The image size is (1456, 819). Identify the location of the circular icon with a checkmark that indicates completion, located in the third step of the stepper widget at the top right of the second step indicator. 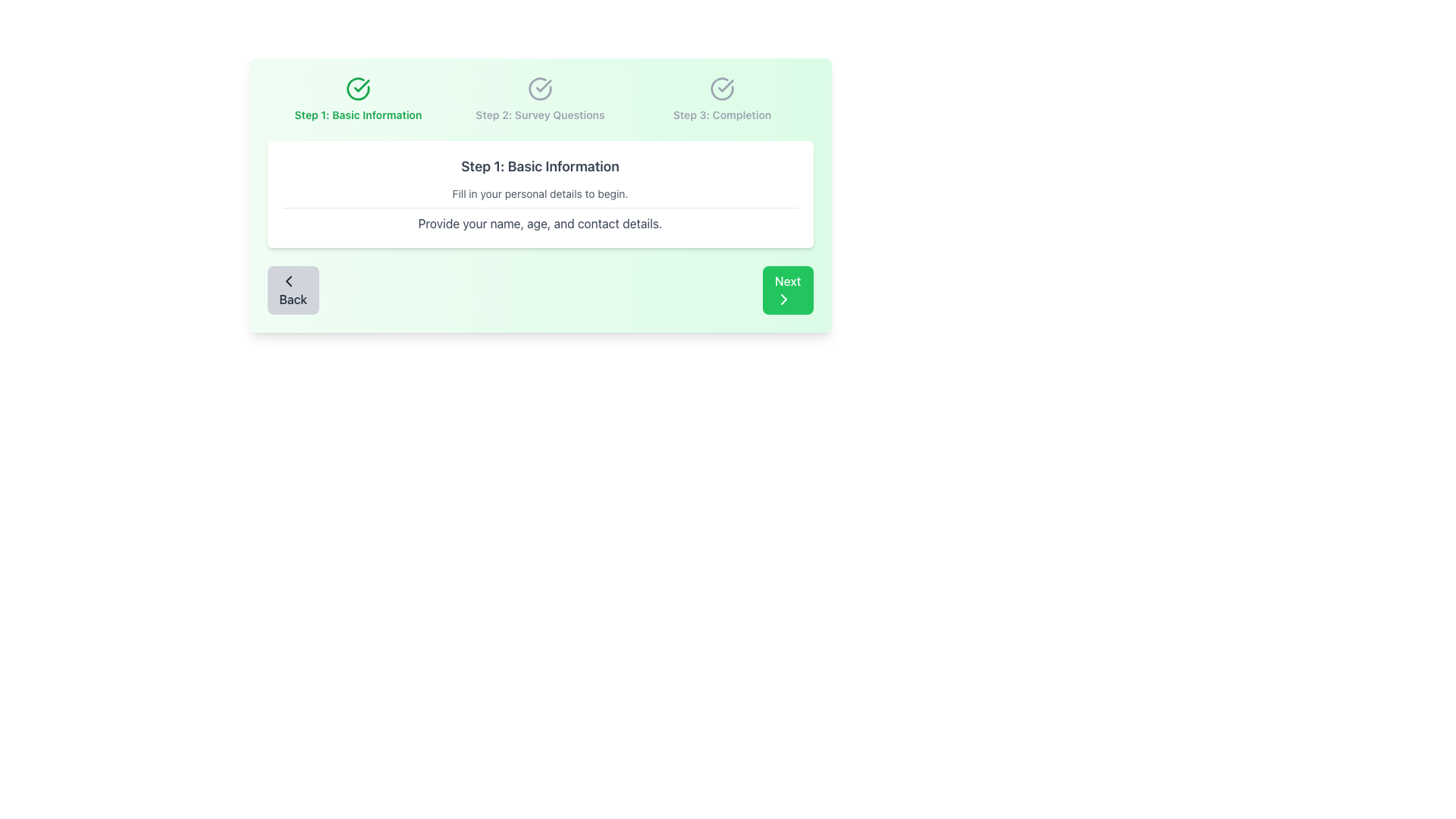
(721, 89).